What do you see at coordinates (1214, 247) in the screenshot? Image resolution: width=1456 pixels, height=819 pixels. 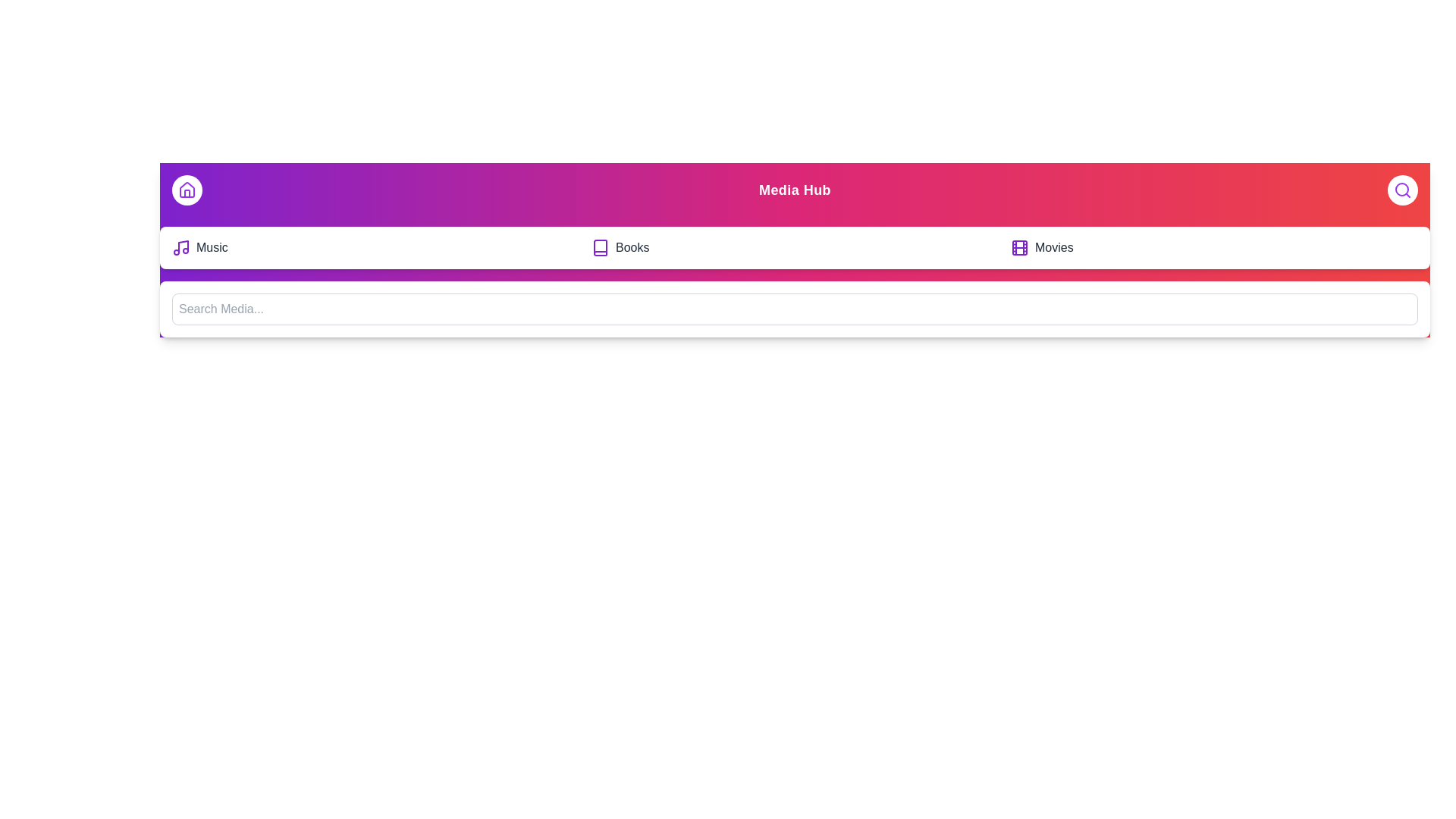 I see `the 'Movies' option in the navigation bar` at bounding box center [1214, 247].